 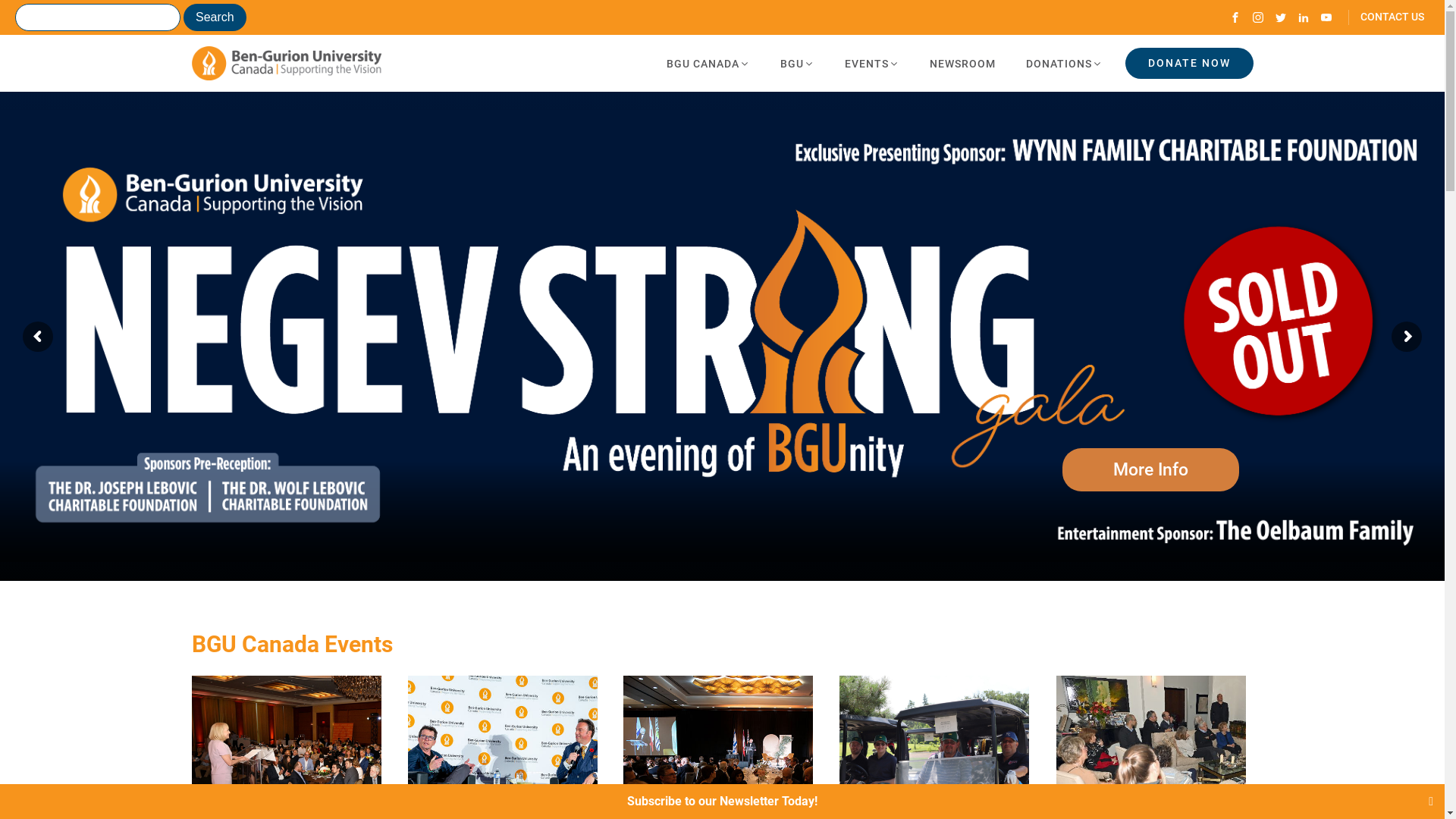 What do you see at coordinates (1386, 17) in the screenshot?
I see `'CONTACT US'` at bounding box center [1386, 17].